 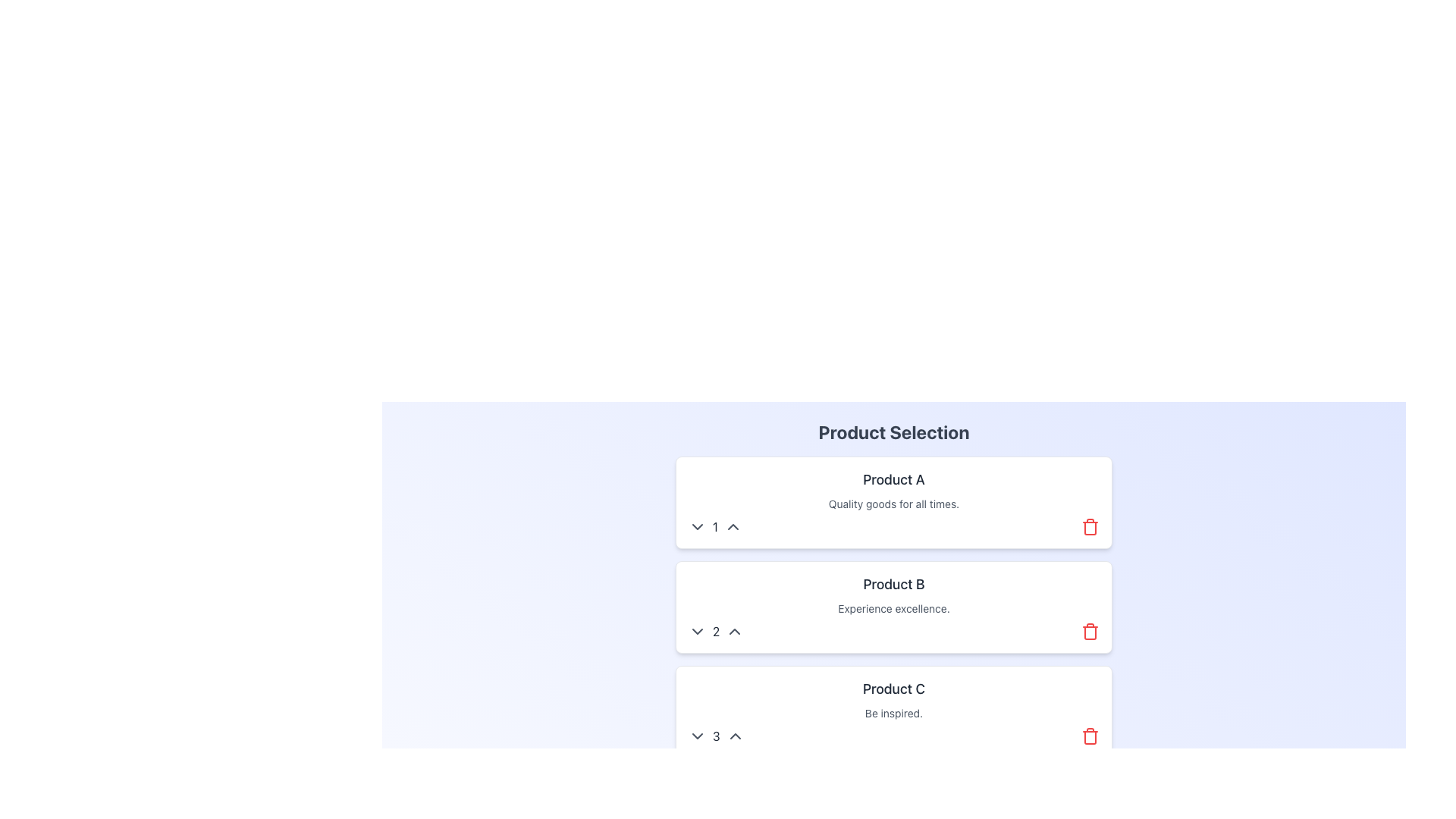 I want to click on the upward-pointing triangular button with a dark gray outline located at the bottom of the 'Product A' card to increase the value or priority, so click(x=733, y=526).